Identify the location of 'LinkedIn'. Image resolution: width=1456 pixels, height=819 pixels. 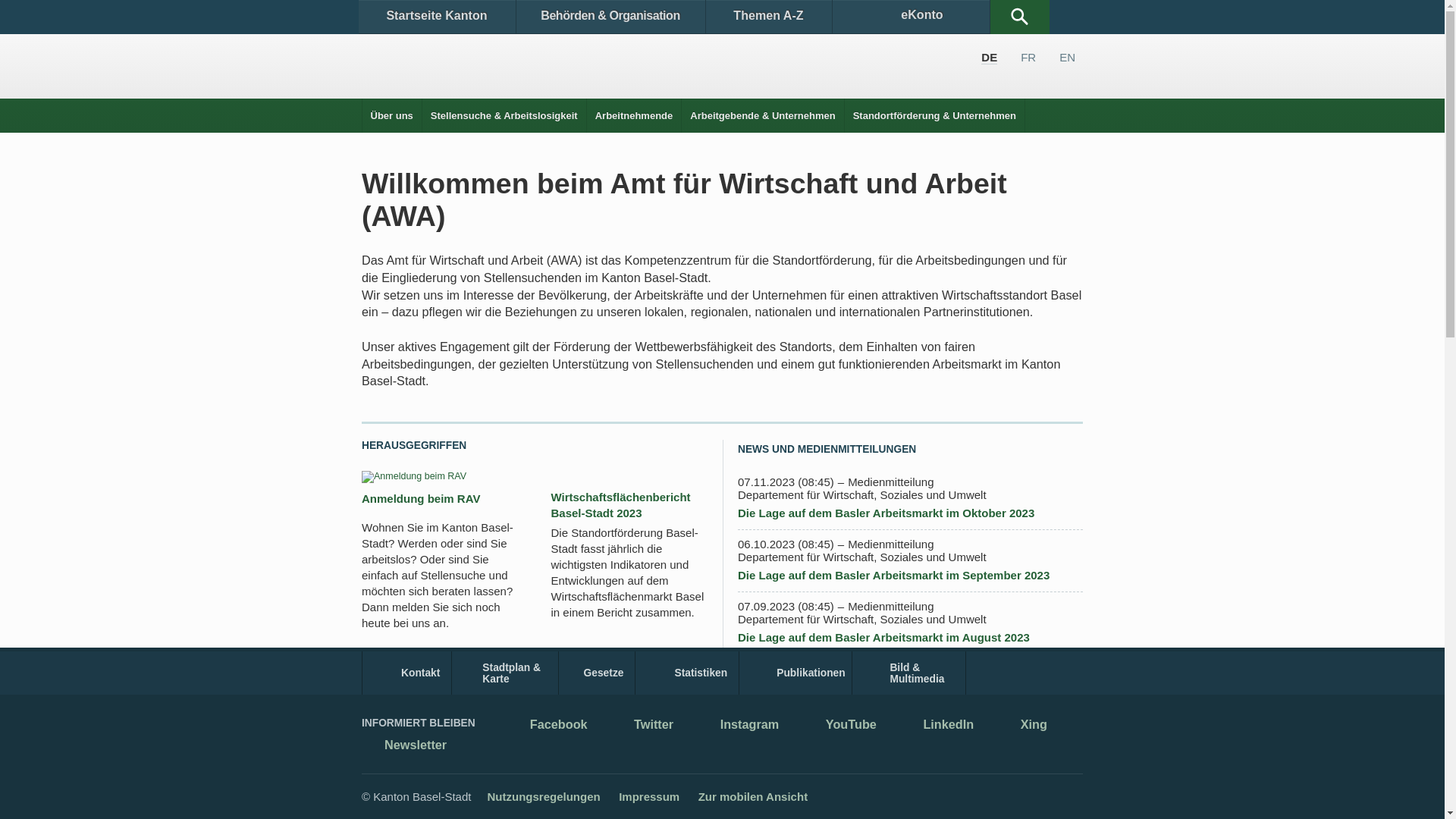
(936, 724).